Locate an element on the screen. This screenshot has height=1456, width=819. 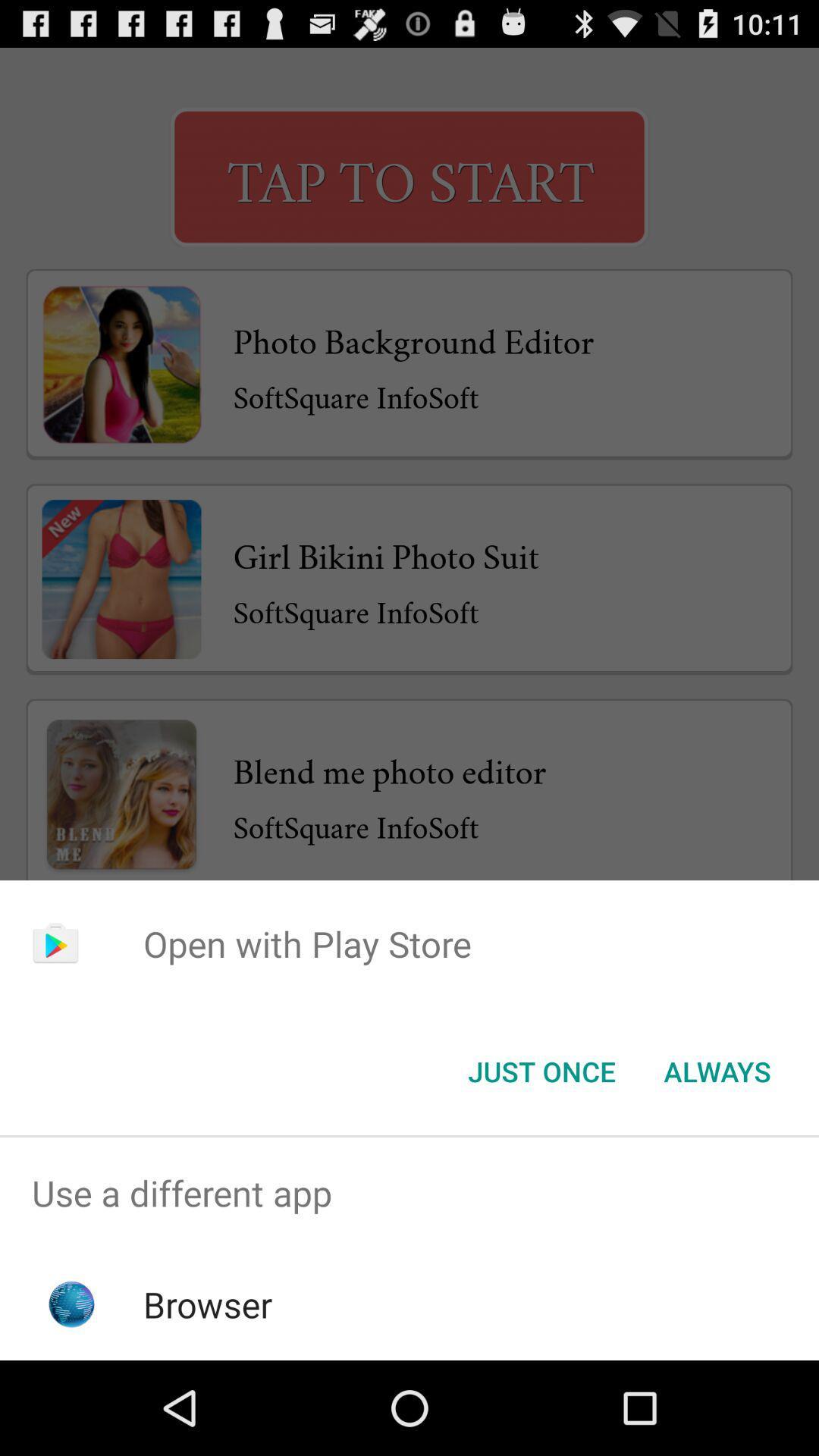
icon to the right of the just once item is located at coordinates (717, 1070).